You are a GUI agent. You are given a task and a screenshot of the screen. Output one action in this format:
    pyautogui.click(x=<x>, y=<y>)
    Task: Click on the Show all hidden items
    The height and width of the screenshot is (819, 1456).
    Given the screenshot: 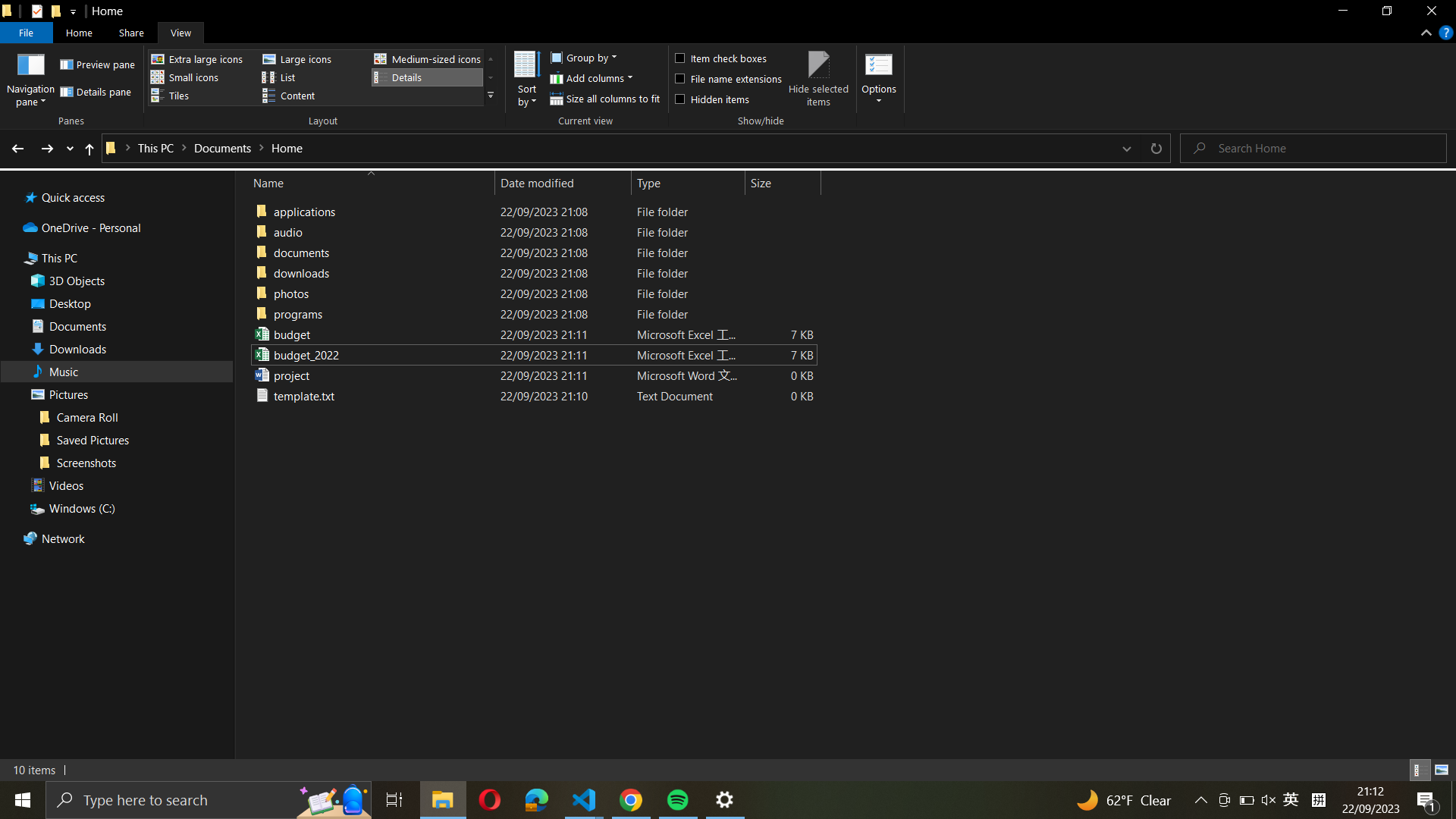 What is the action you would take?
    pyautogui.click(x=726, y=97)
    